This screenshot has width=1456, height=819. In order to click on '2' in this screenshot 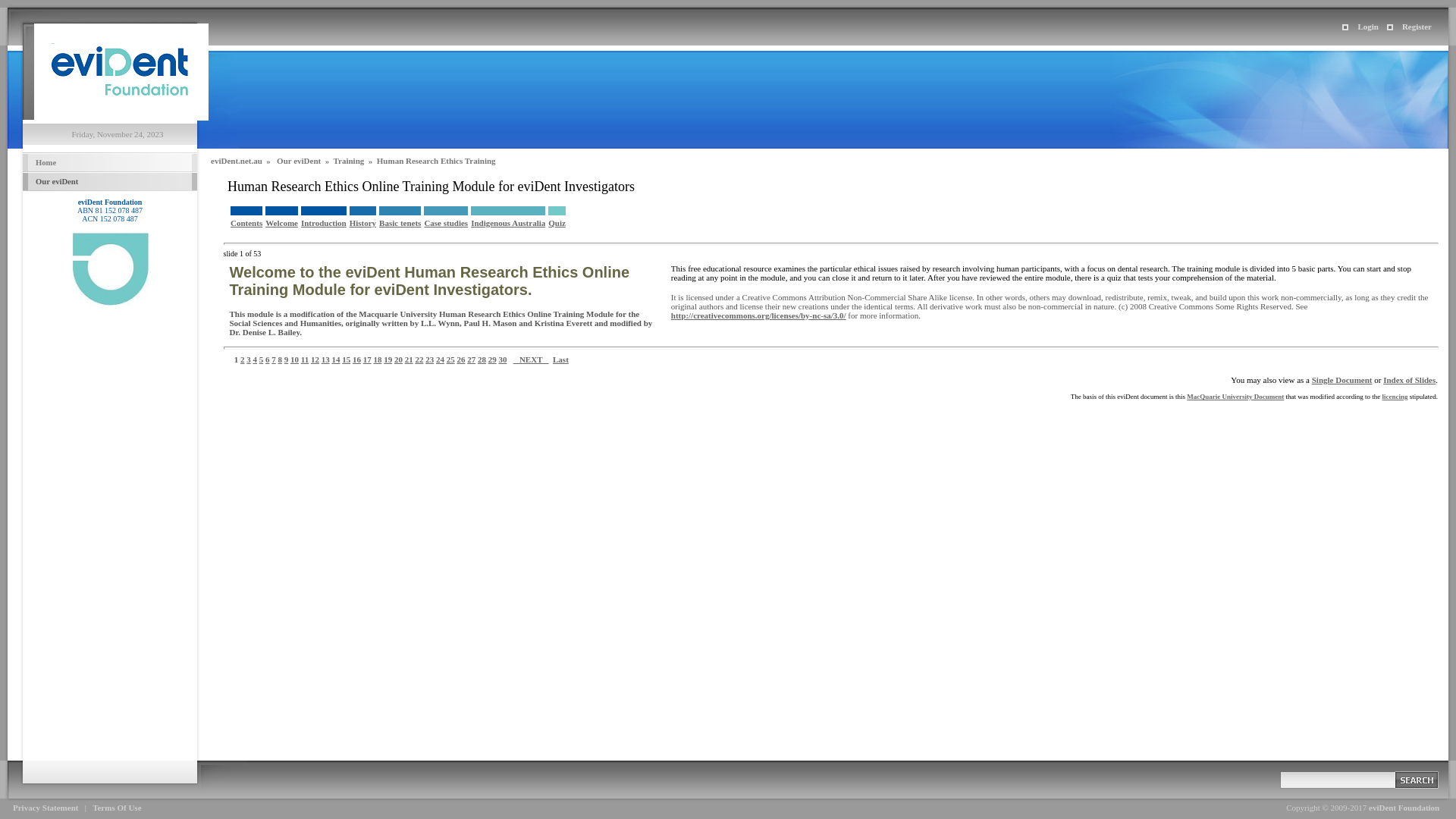, I will do `click(239, 359)`.